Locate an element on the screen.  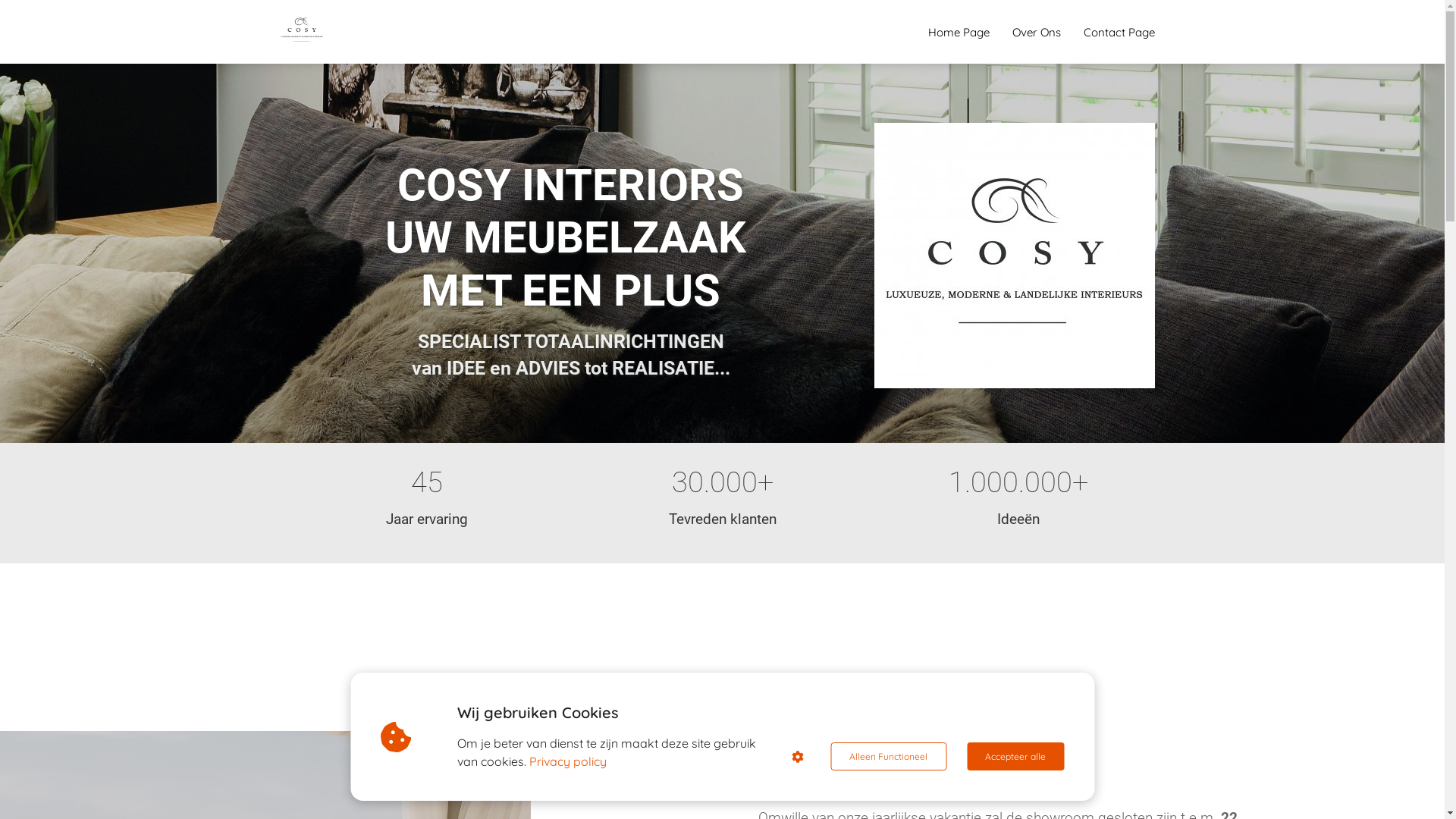
'Contact Page' is located at coordinates (1119, 32).